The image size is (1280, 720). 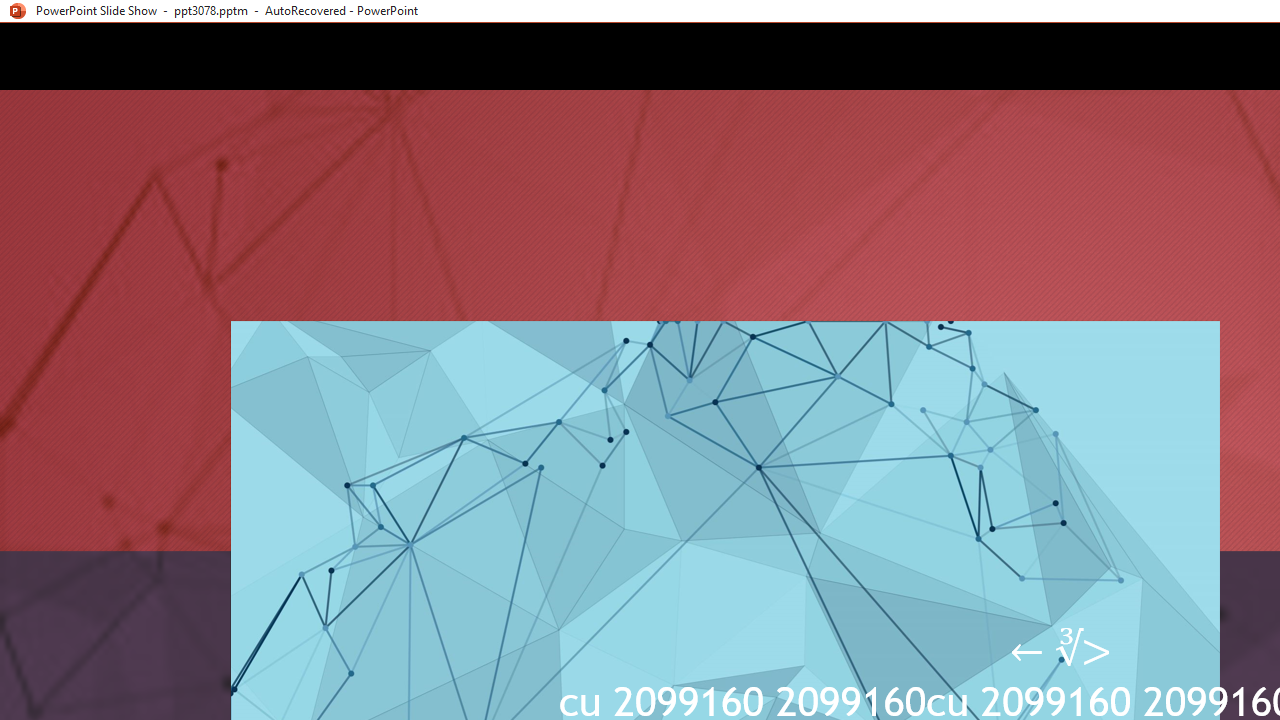 What do you see at coordinates (10, 11) in the screenshot?
I see `'System'` at bounding box center [10, 11].